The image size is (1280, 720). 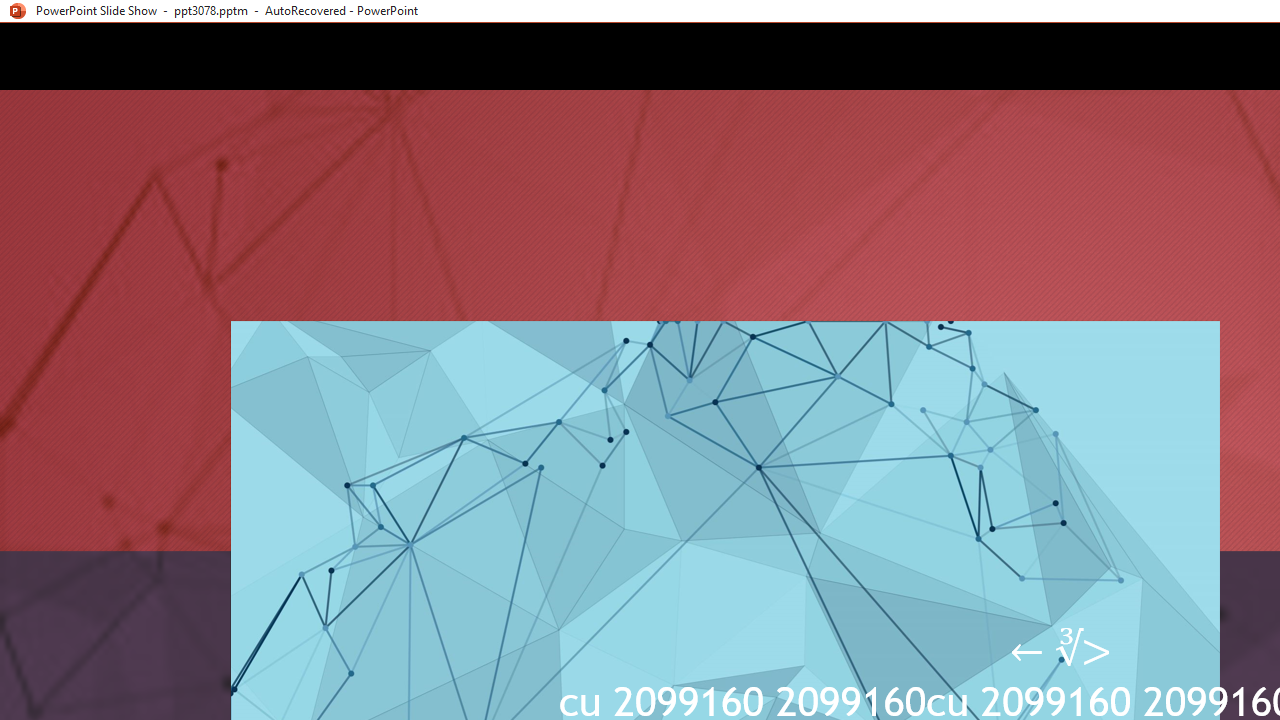 What do you see at coordinates (10, 11) in the screenshot?
I see `'System'` at bounding box center [10, 11].